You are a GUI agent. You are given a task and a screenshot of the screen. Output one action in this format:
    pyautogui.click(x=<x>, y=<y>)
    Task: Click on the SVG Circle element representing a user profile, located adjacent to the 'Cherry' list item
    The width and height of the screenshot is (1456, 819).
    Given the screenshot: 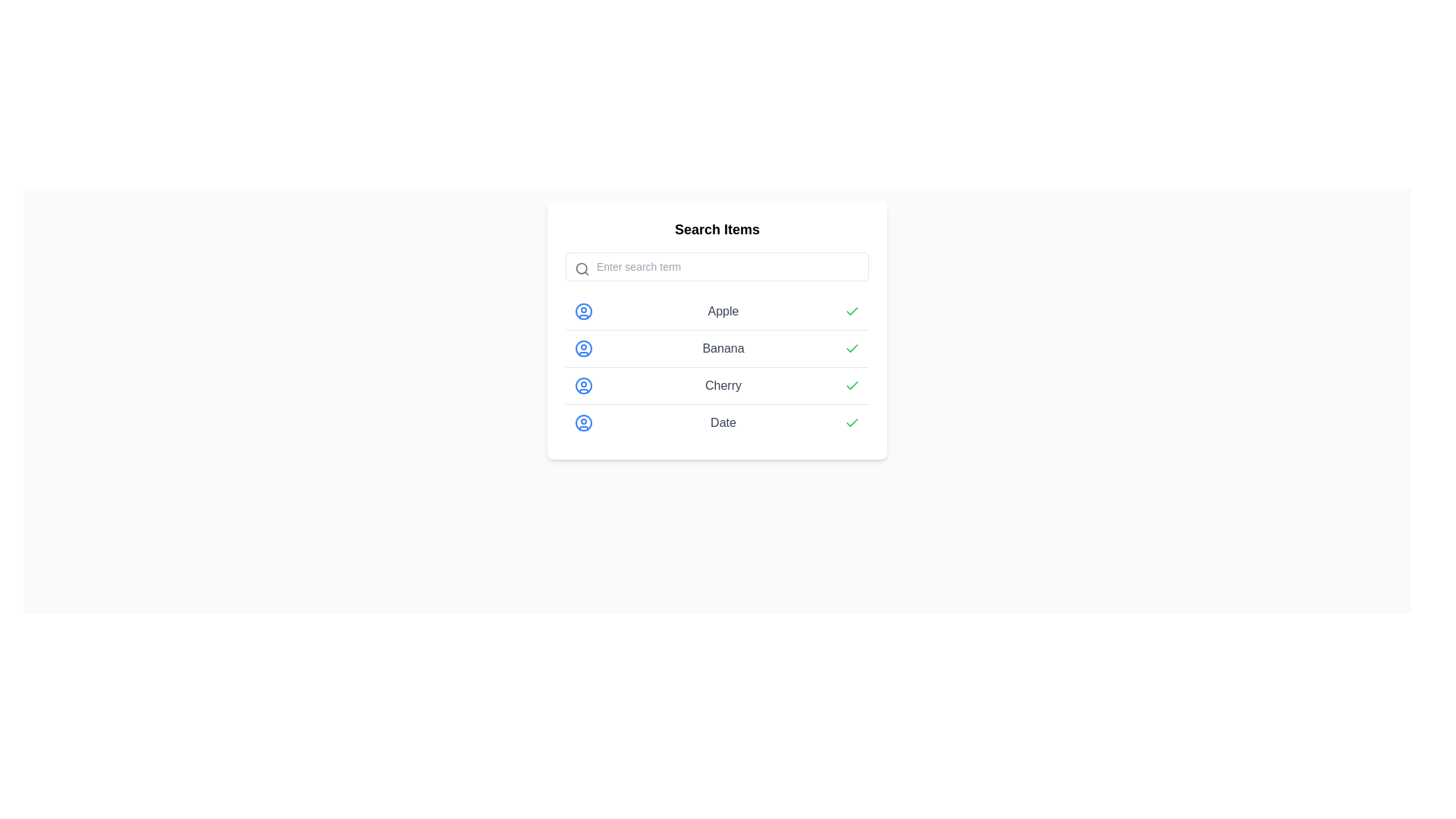 What is the action you would take?
    pyautogui.click(x=582, y=385)
    